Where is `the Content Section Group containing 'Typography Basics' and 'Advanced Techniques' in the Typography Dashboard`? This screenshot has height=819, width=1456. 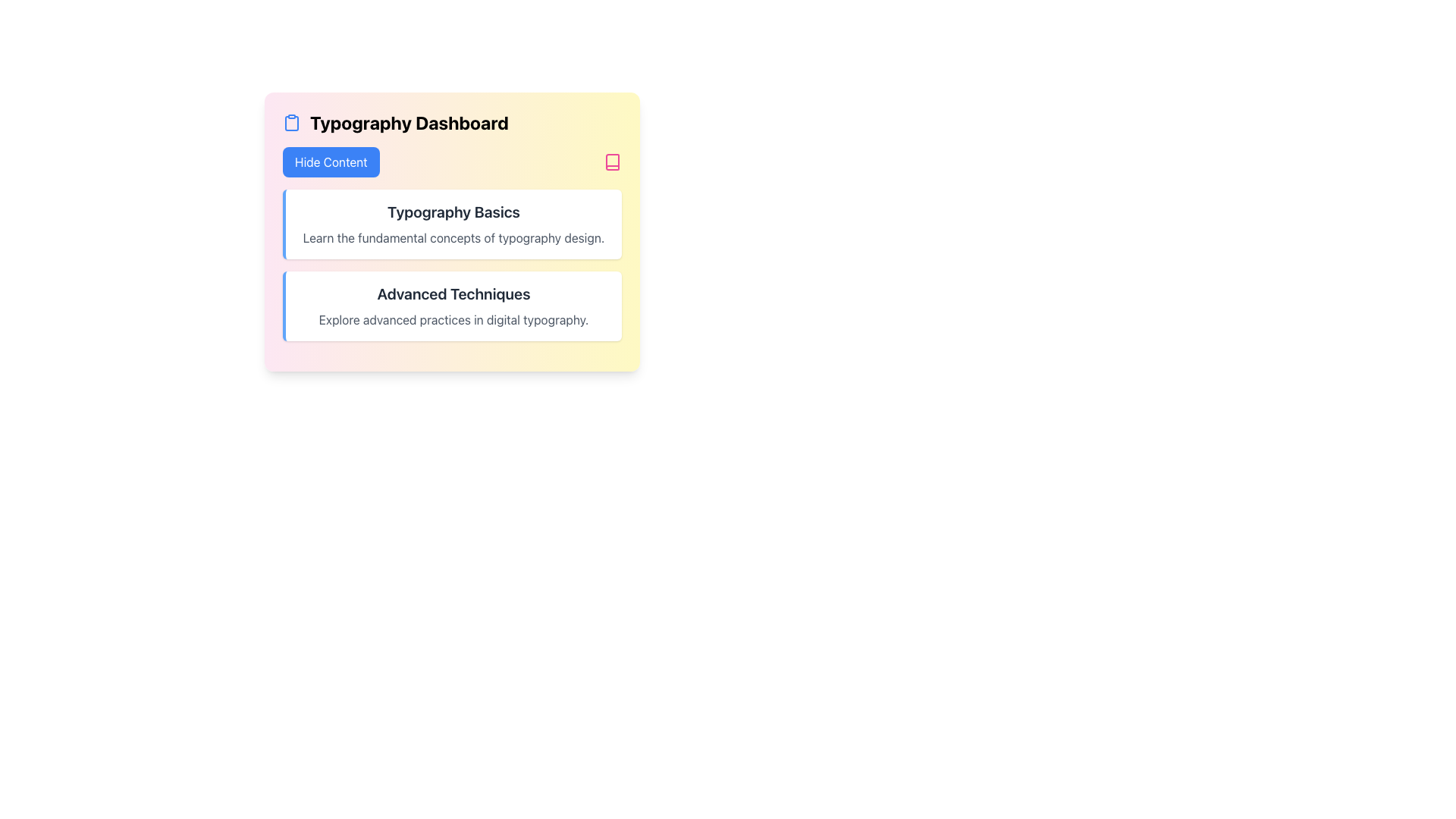 the Content Section Group containing 'Typography Basics' and 'Advanced Techniques' in the Typography Dashboard is located at coordinates (451, 265).